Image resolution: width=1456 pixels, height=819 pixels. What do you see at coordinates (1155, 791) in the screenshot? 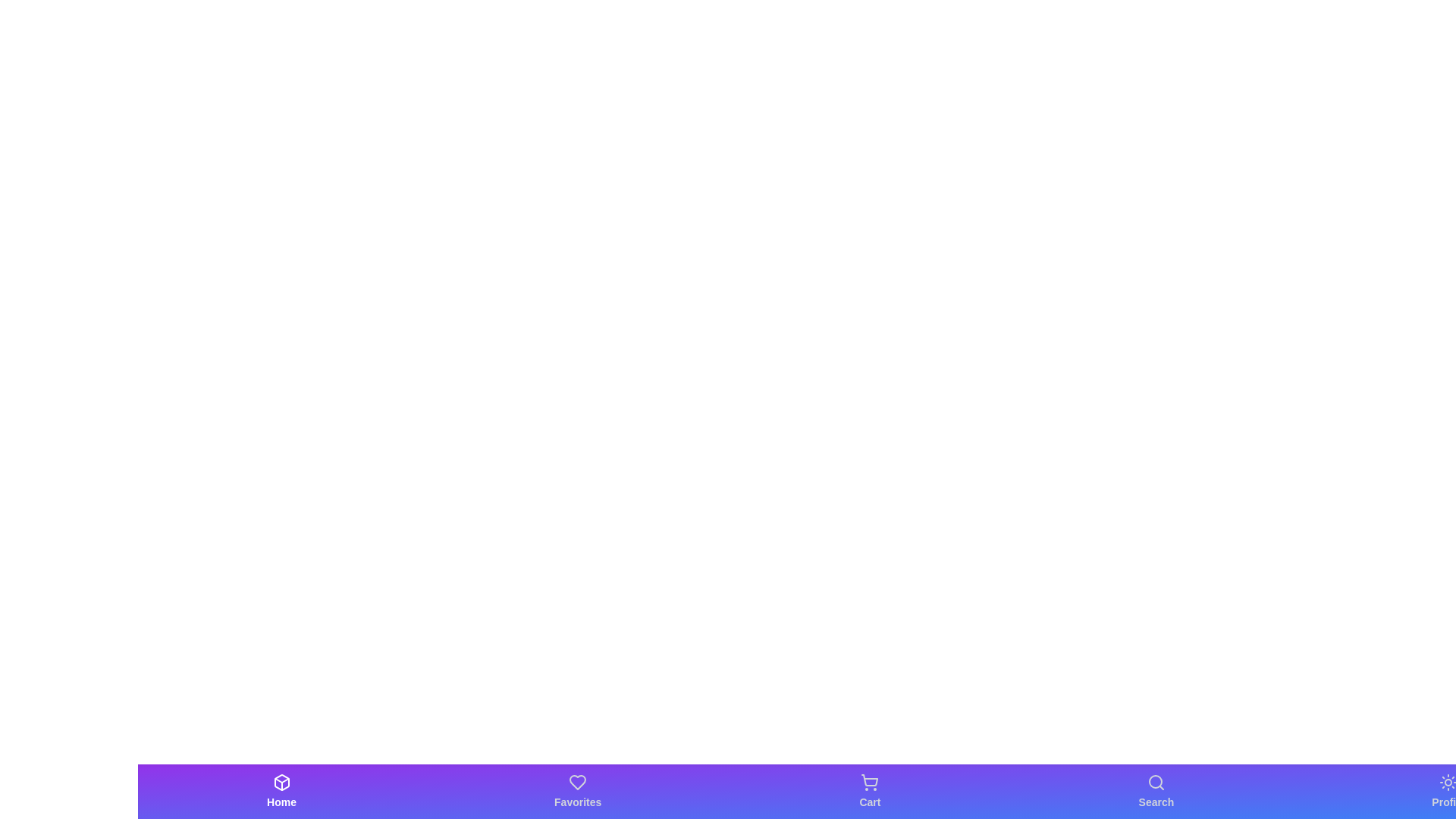
I see `the Search tab in the bottom bar` at bounding box center [1155, 791].